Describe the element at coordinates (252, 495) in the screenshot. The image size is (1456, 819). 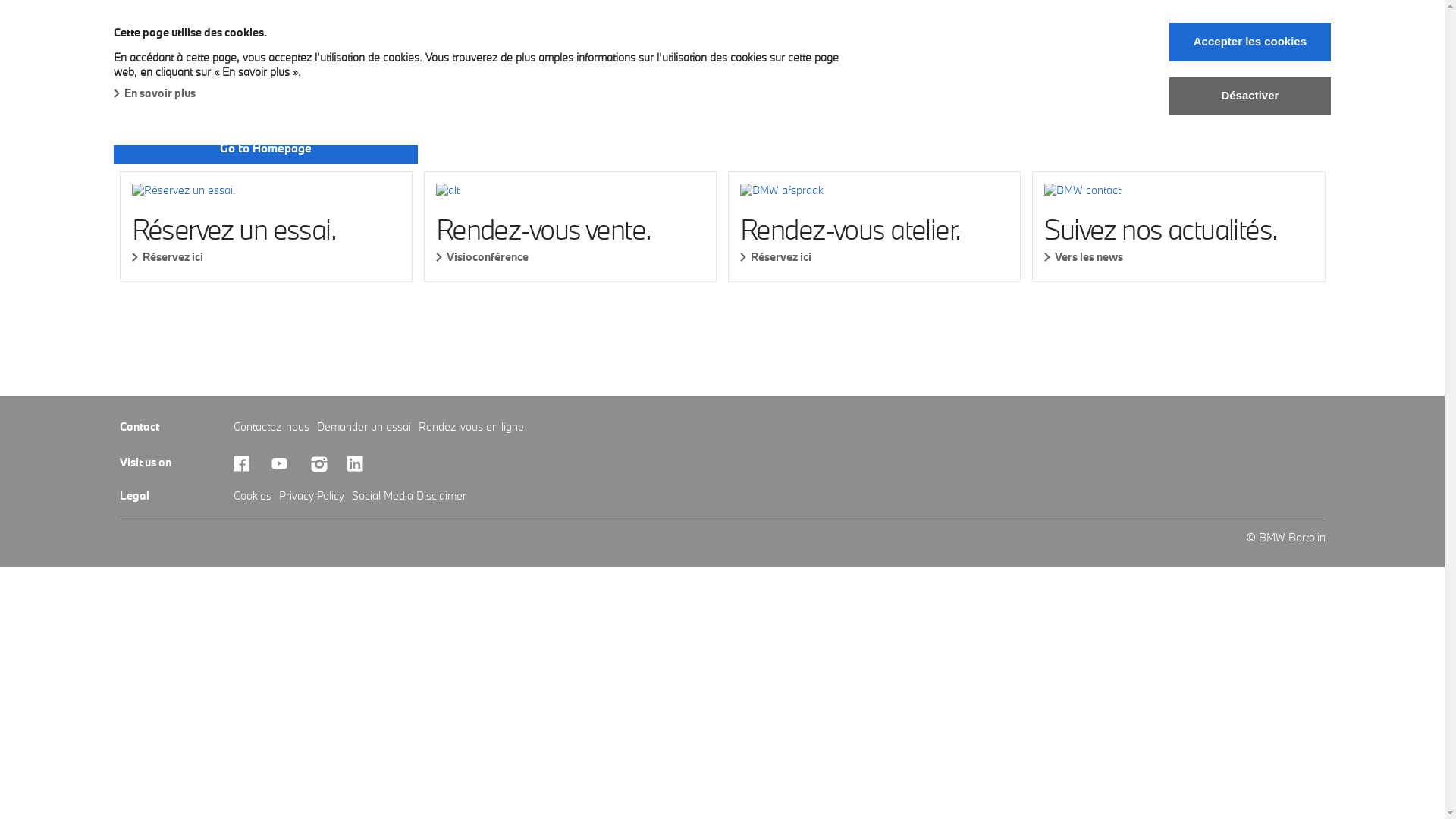
I see `'Cookies'` at that location.